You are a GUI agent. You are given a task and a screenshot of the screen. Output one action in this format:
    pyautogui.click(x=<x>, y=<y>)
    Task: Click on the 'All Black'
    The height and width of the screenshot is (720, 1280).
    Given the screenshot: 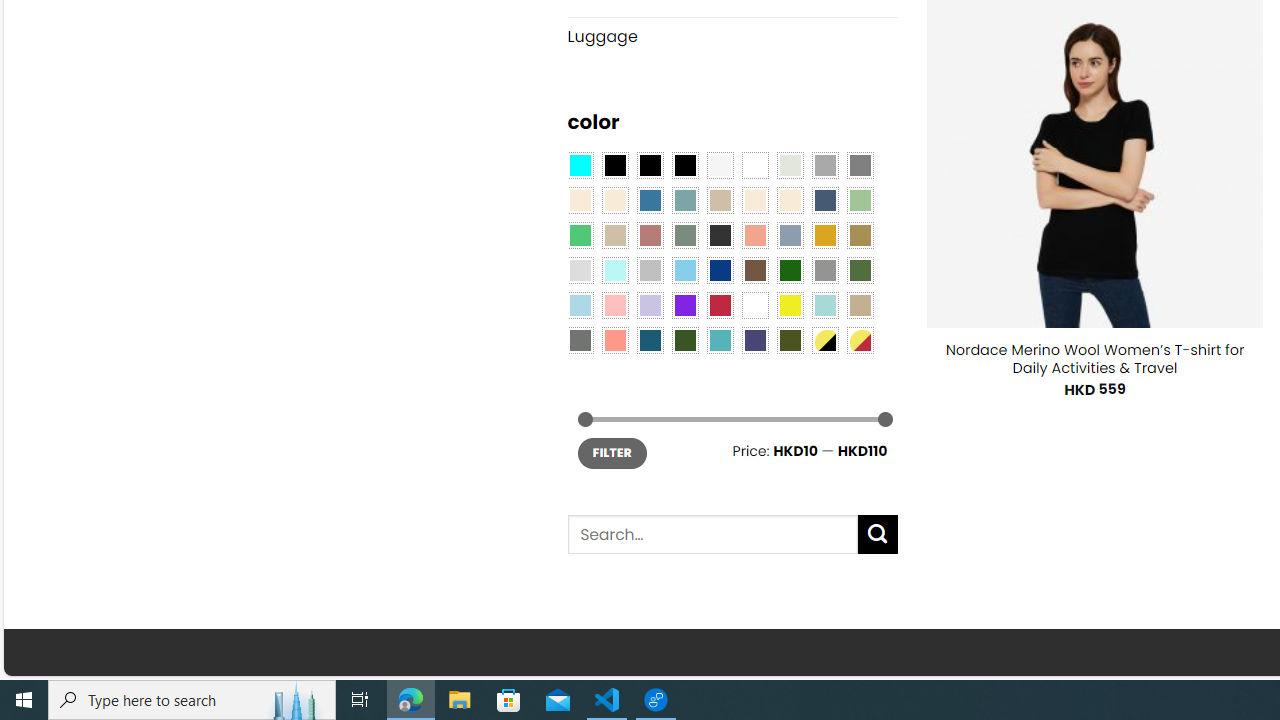 What is the action you would take?
    pyautogui.click(x=614, y=163)
    